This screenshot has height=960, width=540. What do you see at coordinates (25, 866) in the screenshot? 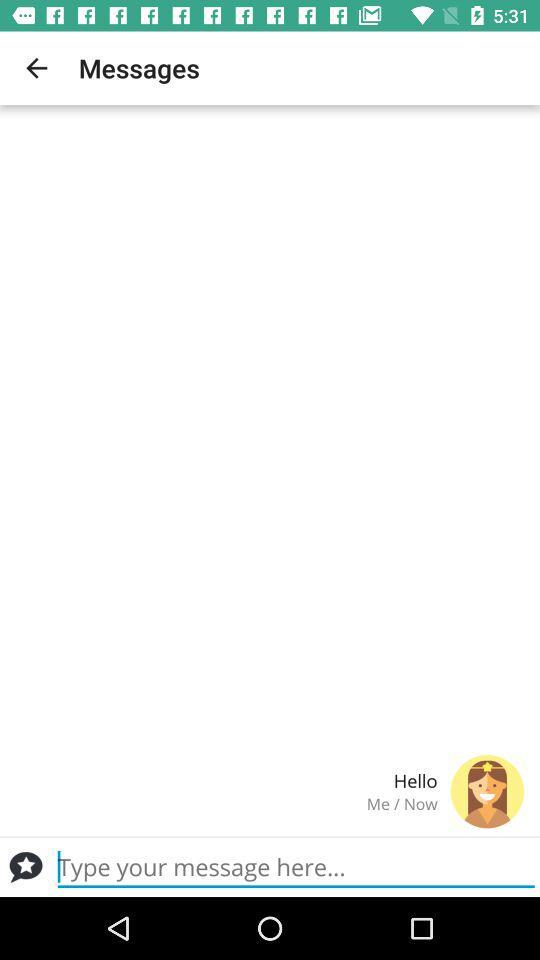
I see `type a message box` at bounding box center [25, 866].